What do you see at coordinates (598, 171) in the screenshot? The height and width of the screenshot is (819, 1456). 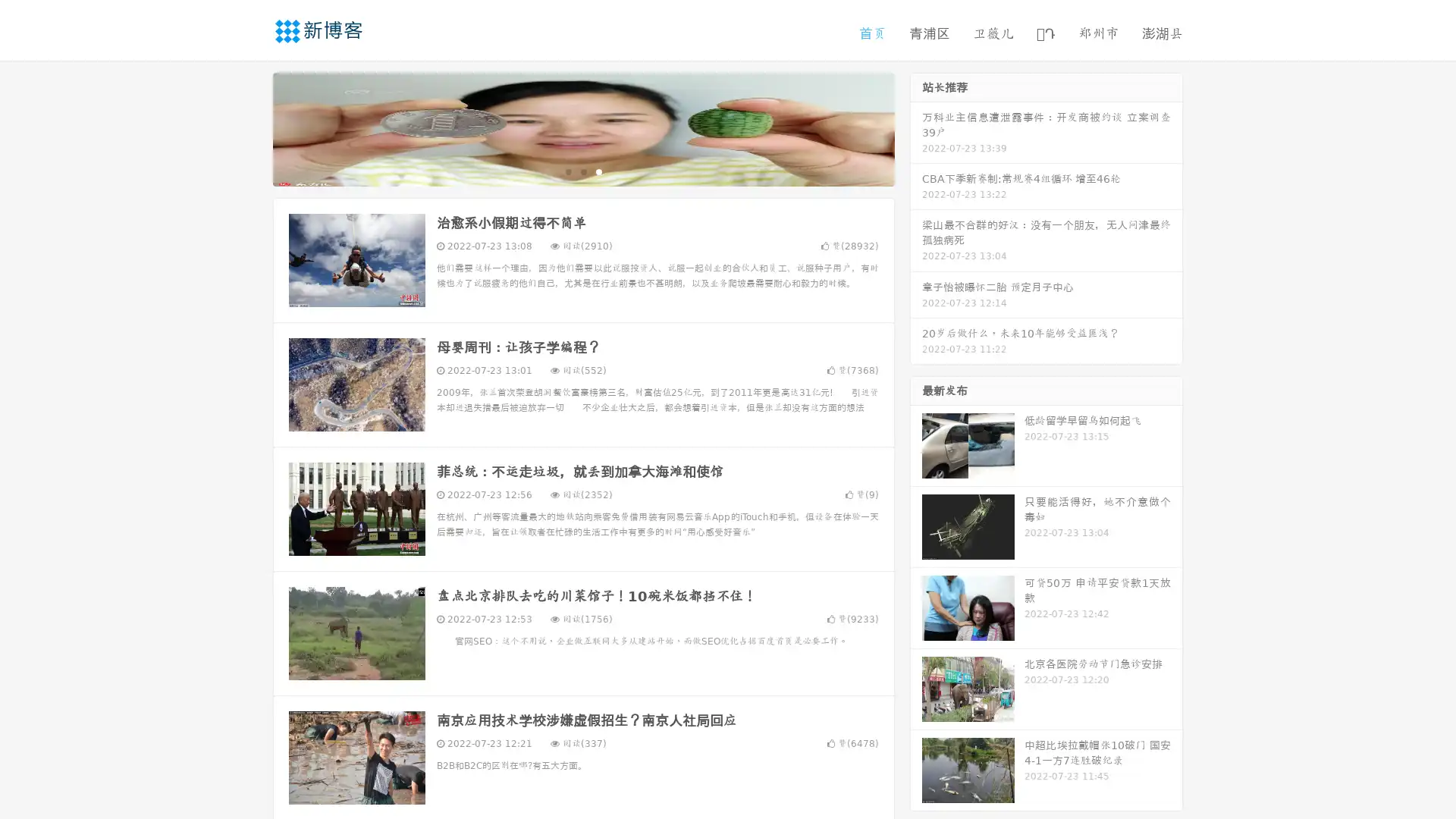 I see `Go to slide 3` at bounding box center [598, 171].